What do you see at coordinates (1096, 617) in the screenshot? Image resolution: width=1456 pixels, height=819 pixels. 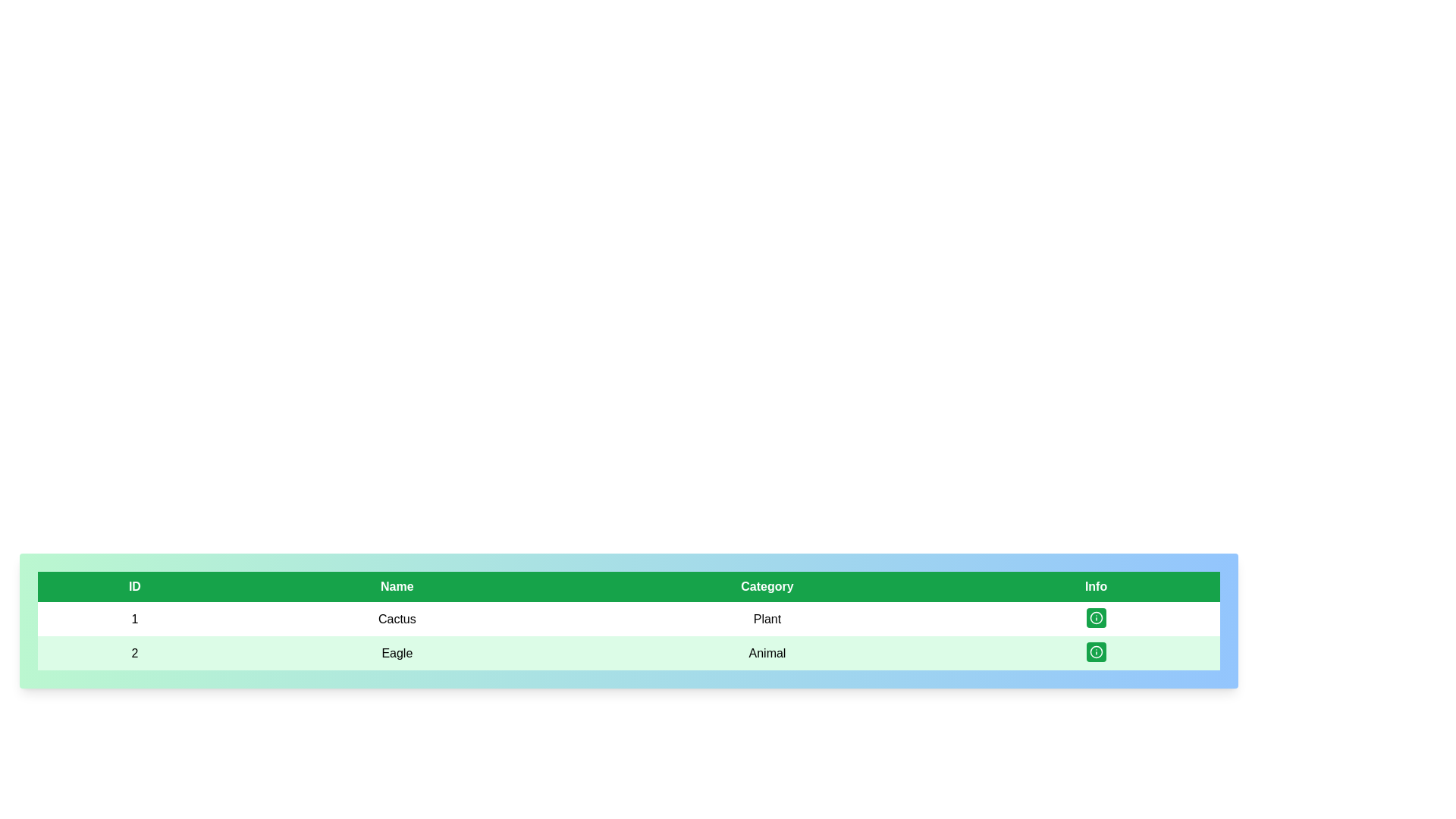 I see `the small circular icon button with an 'i' symbol, which has a green background and is located in the 'Info' column of the first row in the data table` at bounding box center [1096, 617].